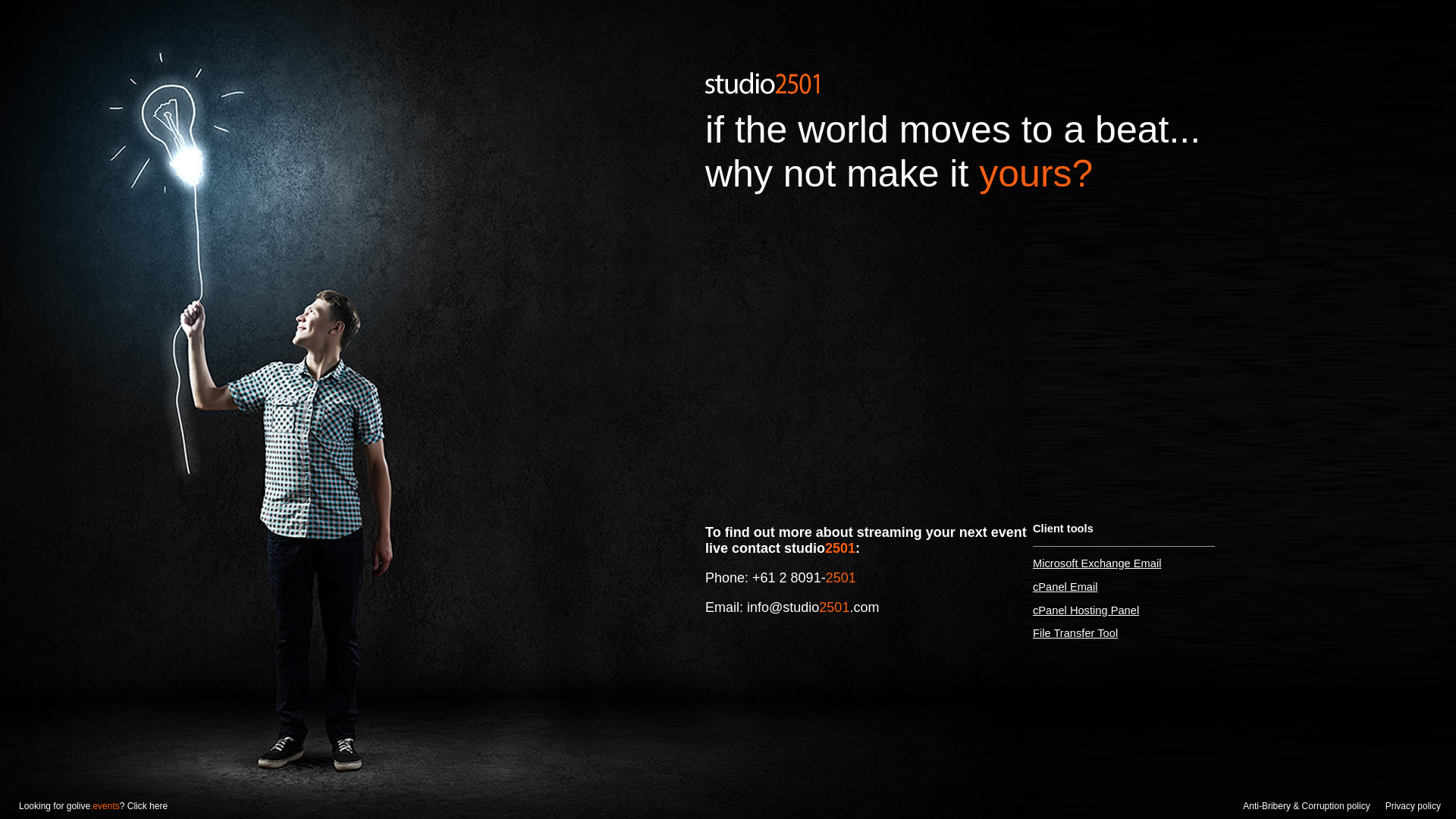 Image resolution: width=1456 pixels, height=819 pixels. What do you see at coordinates (1412, 805) in the screenshot?
I see `'Privacy policy'` at bounding box center [1412, 805].